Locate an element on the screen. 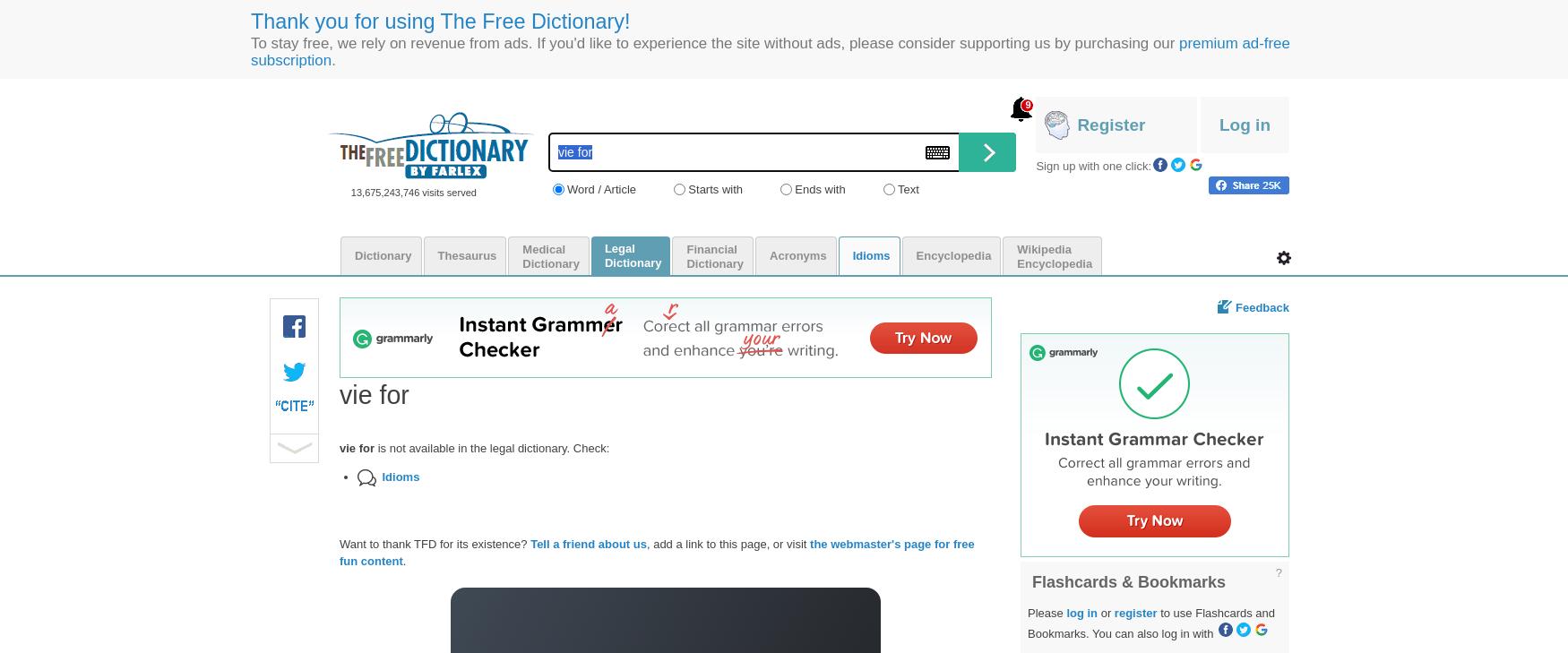 This screenshot has height=653, width=1568. 'Wikipedia' is located at coordinates (1042, 247).